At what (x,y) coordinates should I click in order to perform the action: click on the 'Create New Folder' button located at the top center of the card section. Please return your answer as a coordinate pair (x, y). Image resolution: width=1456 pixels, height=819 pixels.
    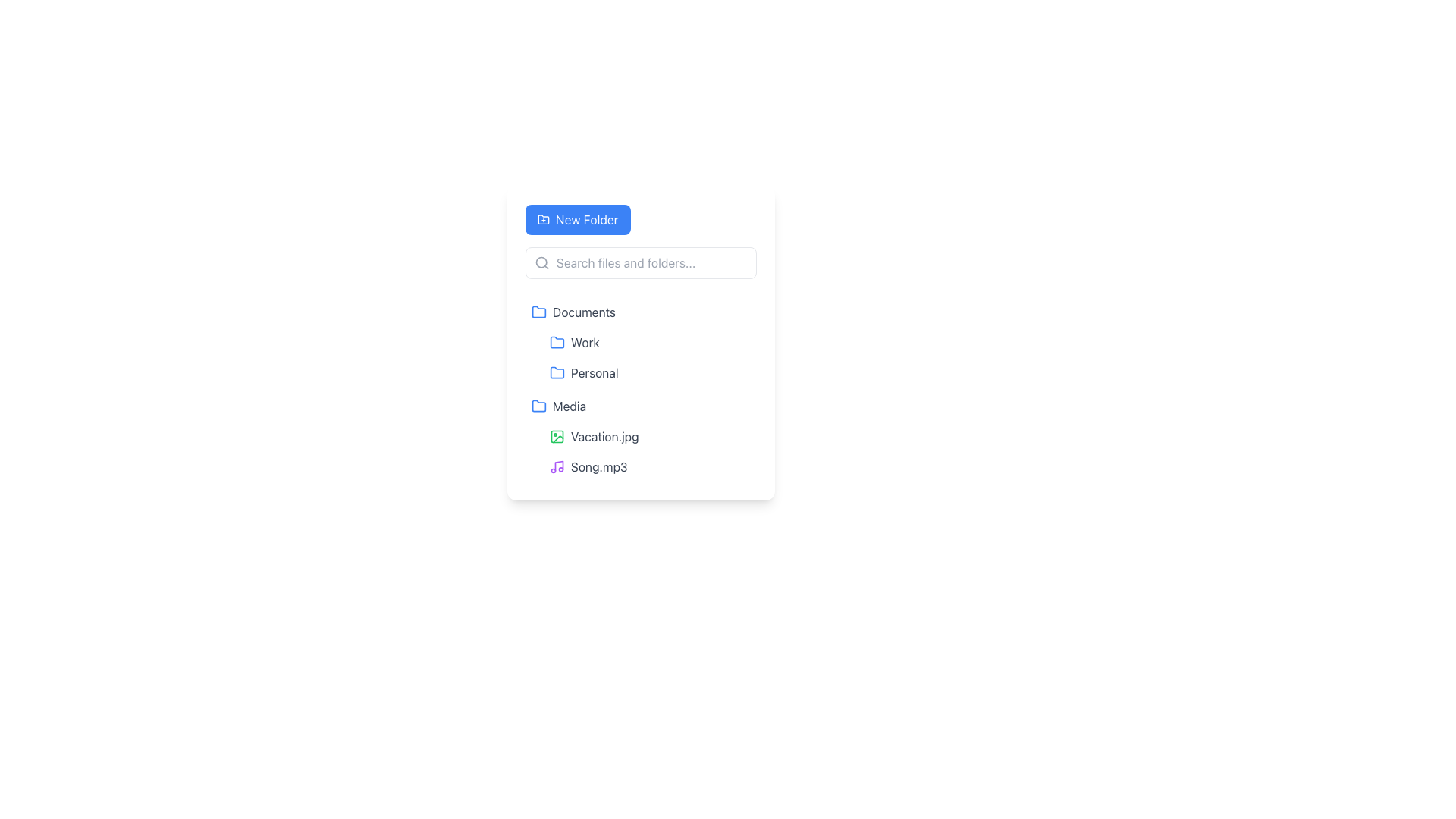
    Looking at the image, I should click on (641, 241).